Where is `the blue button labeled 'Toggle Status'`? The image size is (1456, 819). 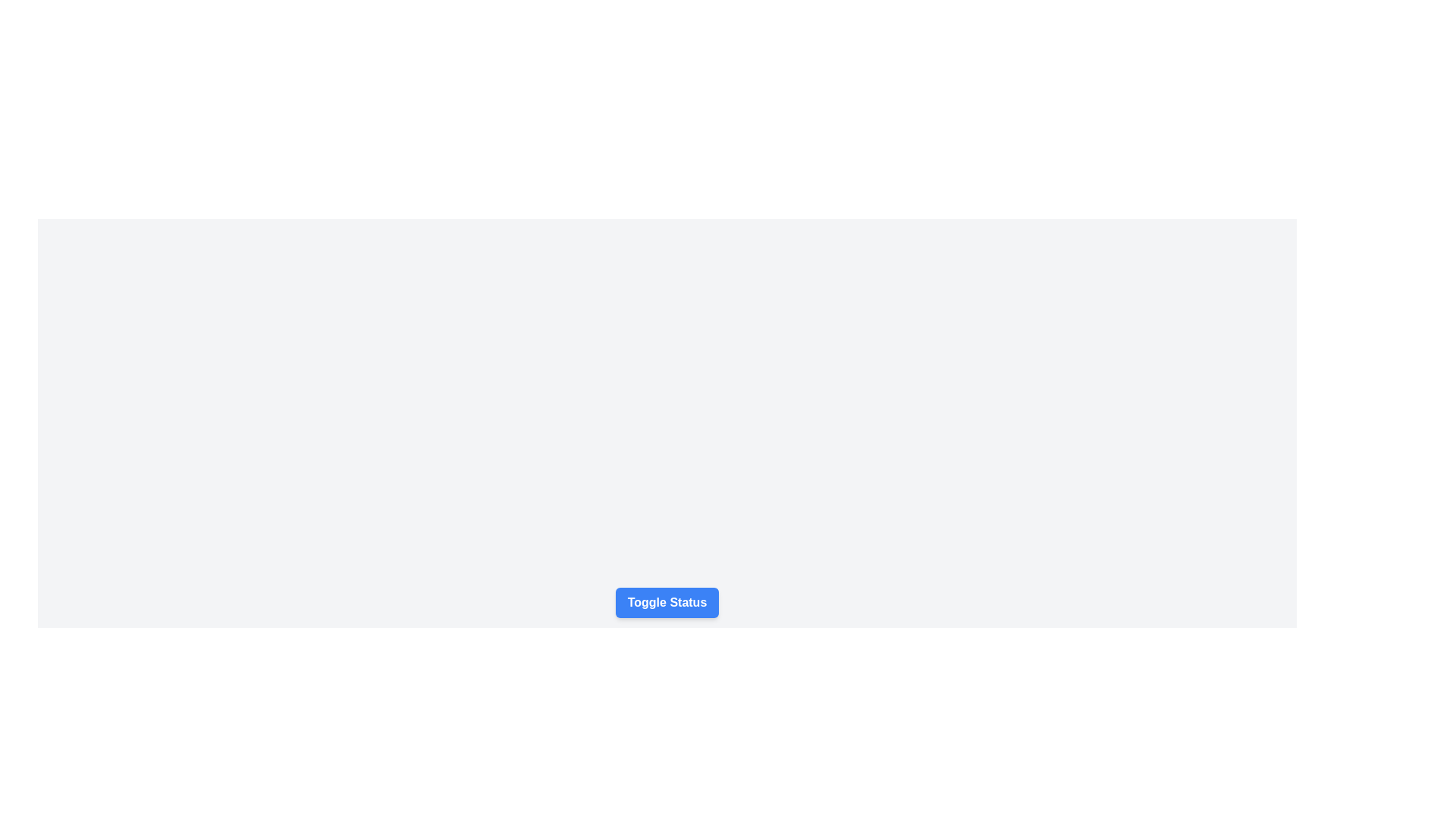 the blue button labeled 'Toggle Status' is located at coordinates (667, 601).